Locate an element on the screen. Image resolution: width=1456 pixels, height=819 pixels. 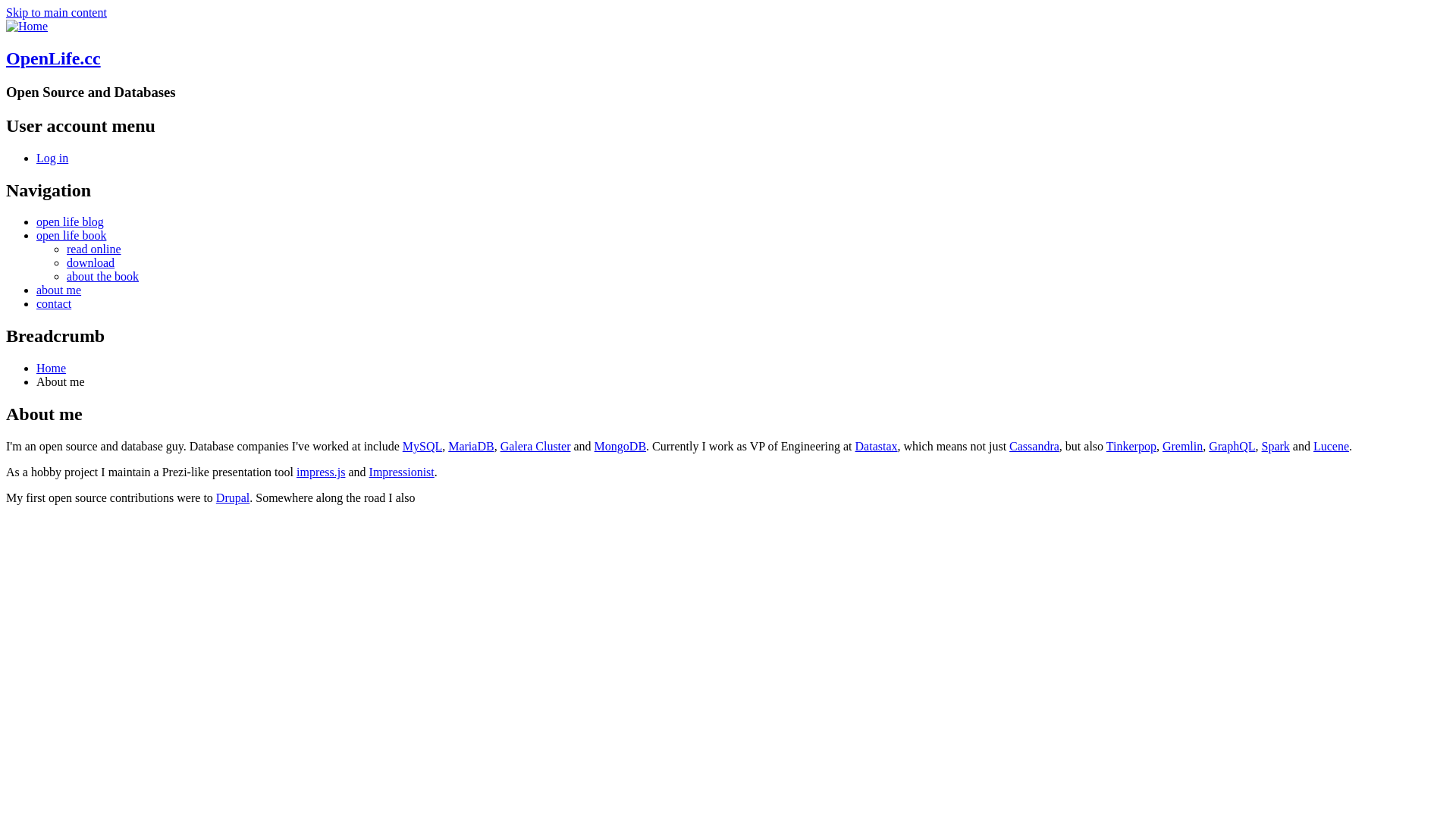
'Datastax' is located at coordinates (877, 445).